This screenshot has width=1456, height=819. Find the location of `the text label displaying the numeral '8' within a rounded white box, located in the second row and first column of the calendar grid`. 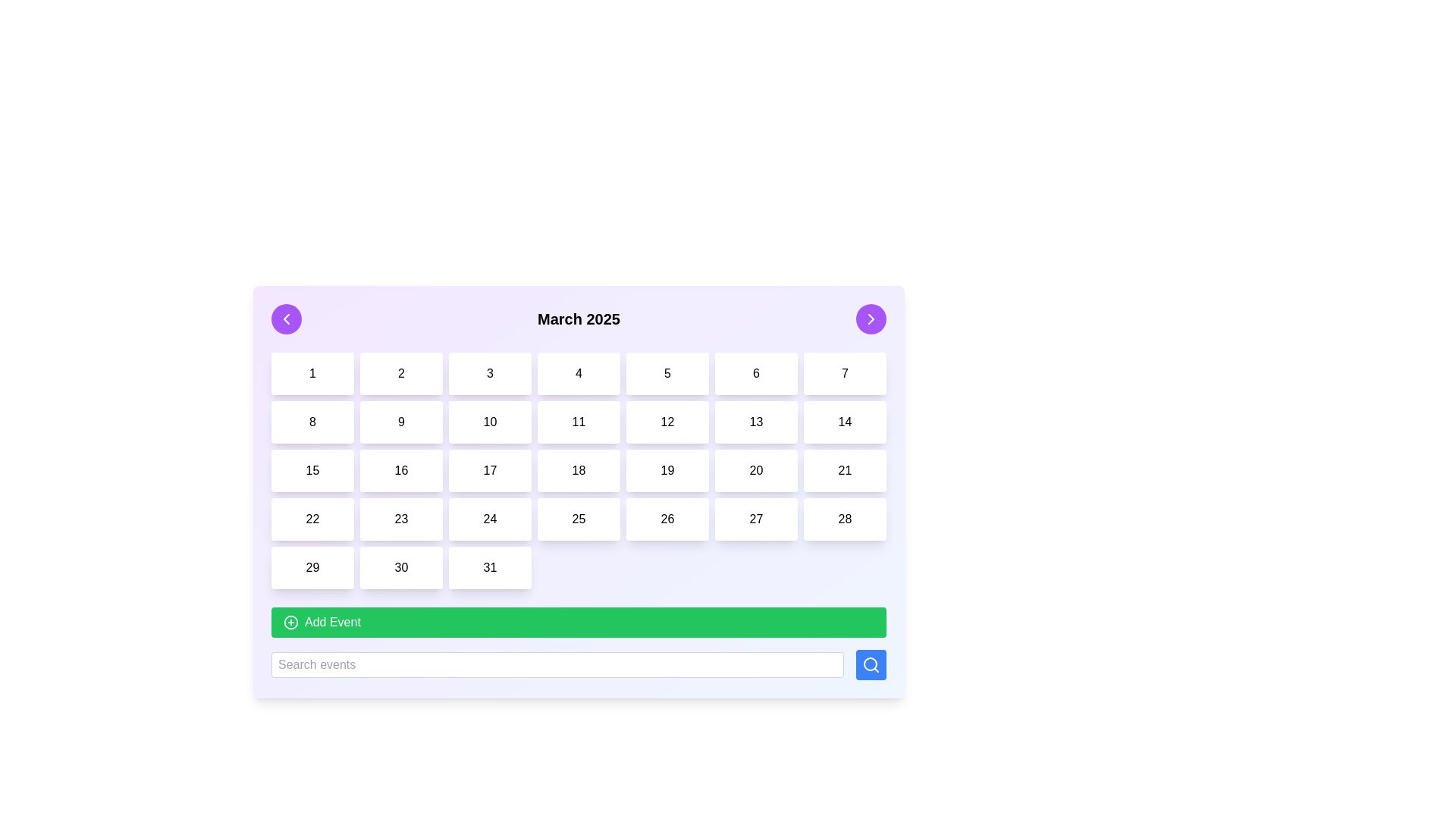

the text label displaying the numeral '8' within a rounded white box, located in the second row and first column of the calendar grid is located at coordinates (312, 422).